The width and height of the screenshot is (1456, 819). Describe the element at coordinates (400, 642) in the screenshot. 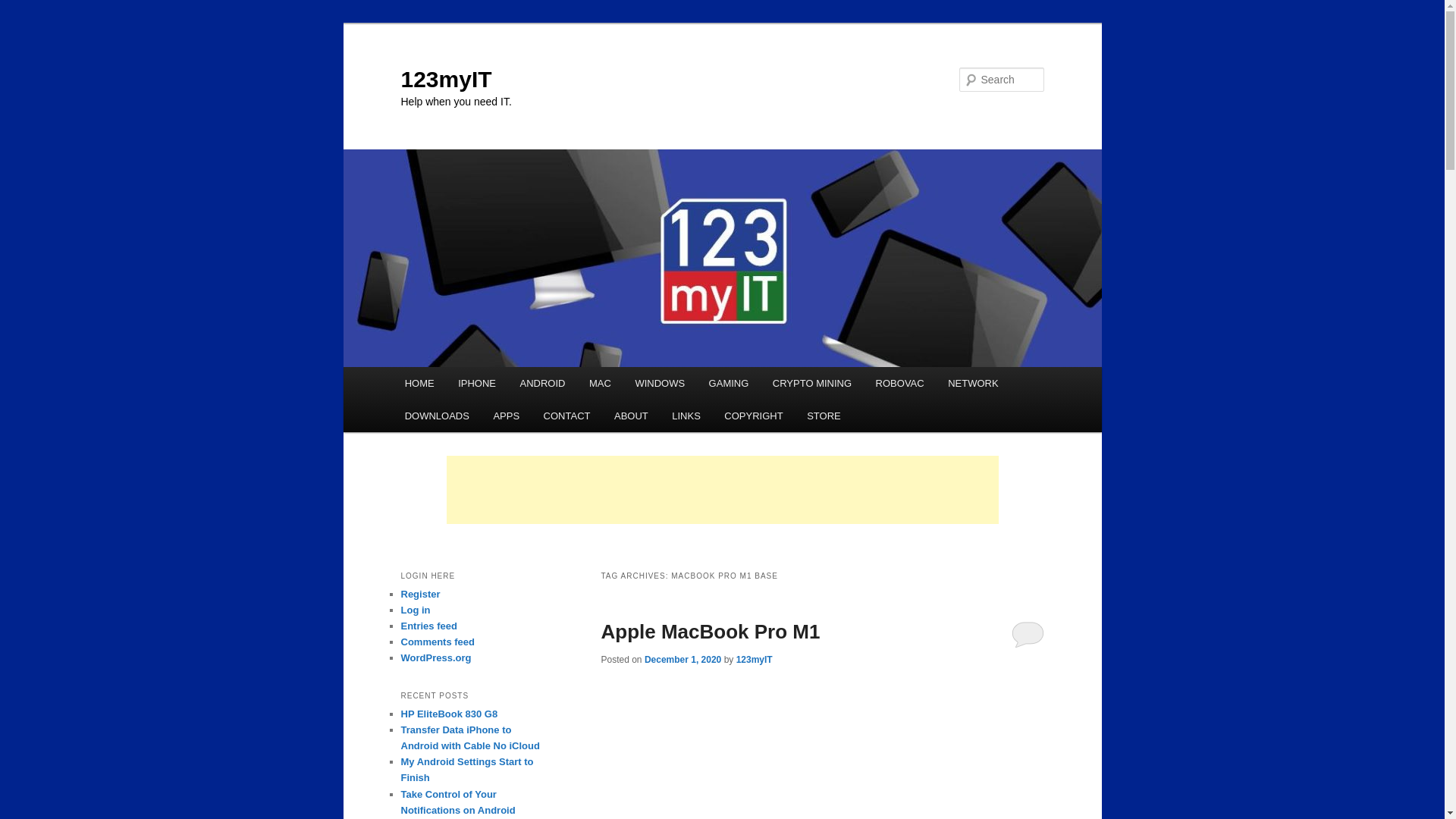

I see `'Comments feed'` at that location.